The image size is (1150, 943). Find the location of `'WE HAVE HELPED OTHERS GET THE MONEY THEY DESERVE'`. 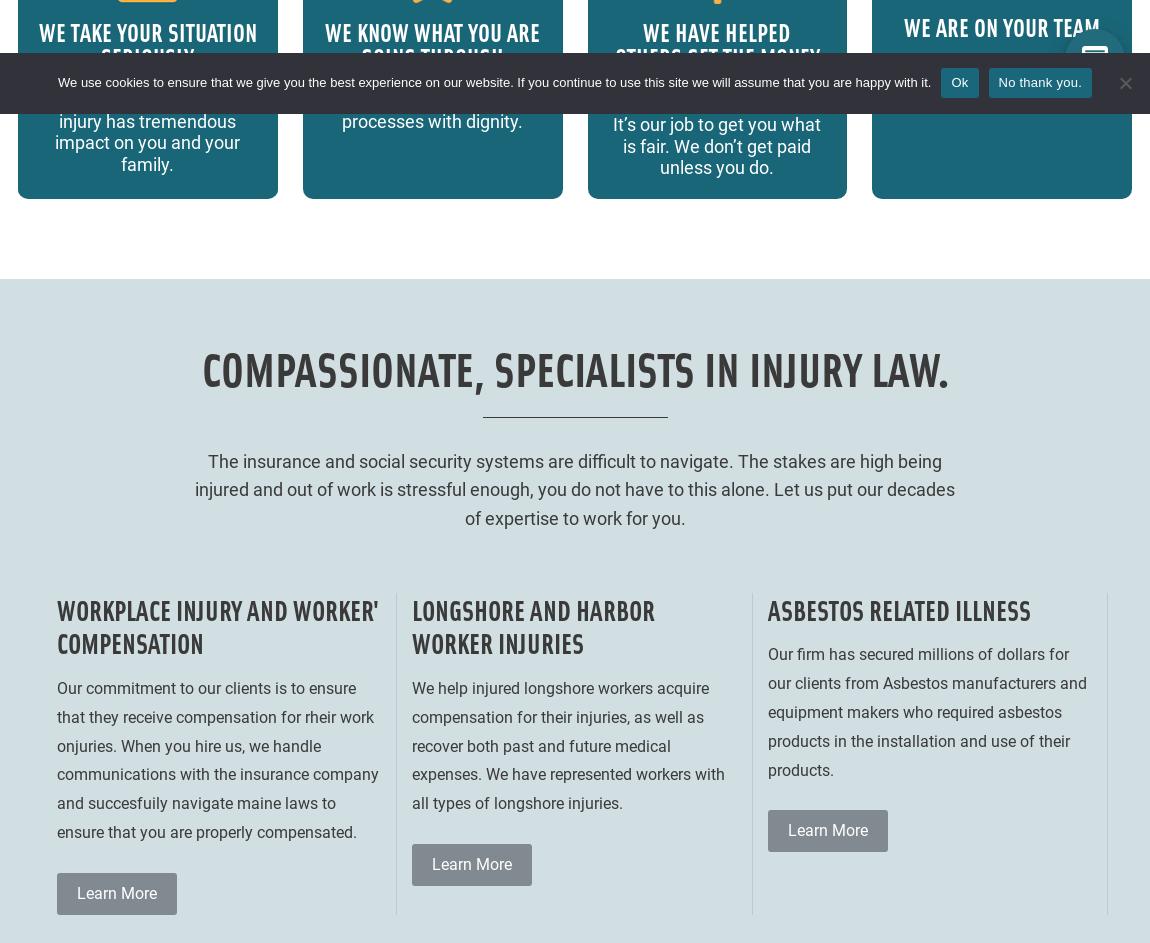

'WE HAVE HELPED OTHERS GET THE MONEY THEY DESERVE' is located at coordinates (715, 55).